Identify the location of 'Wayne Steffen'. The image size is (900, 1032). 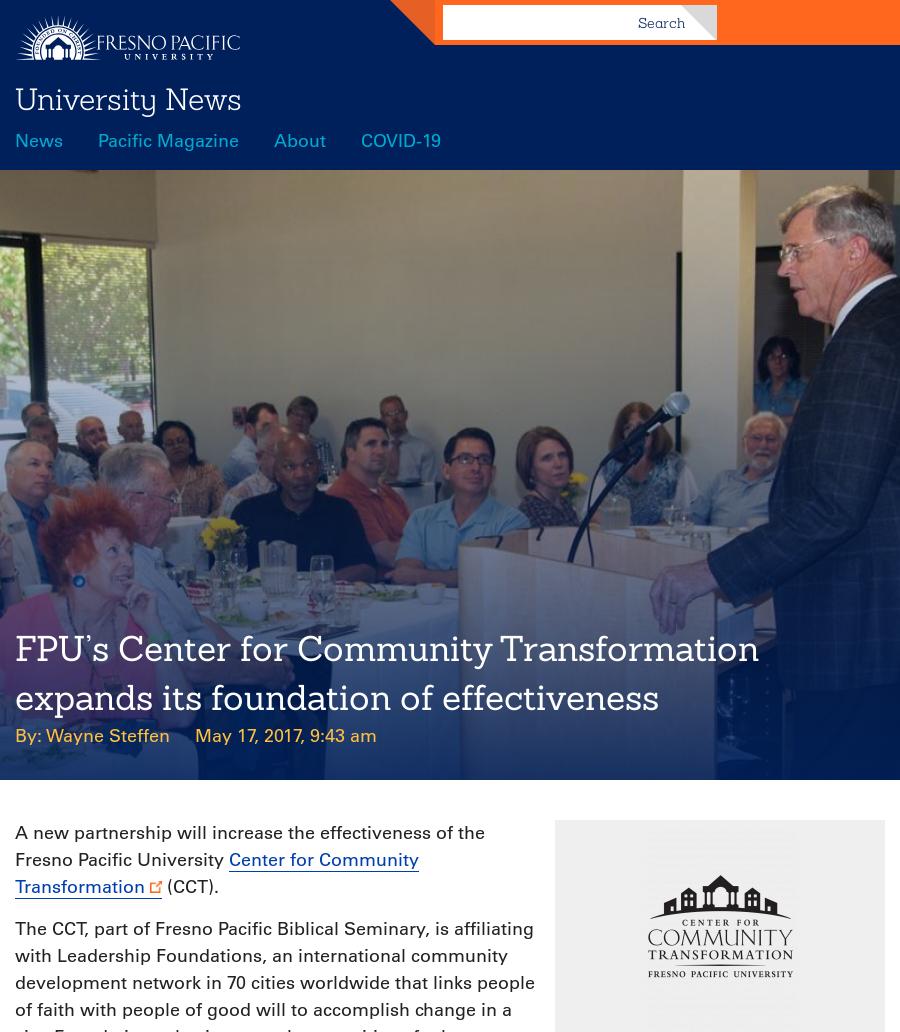
(44, 735).